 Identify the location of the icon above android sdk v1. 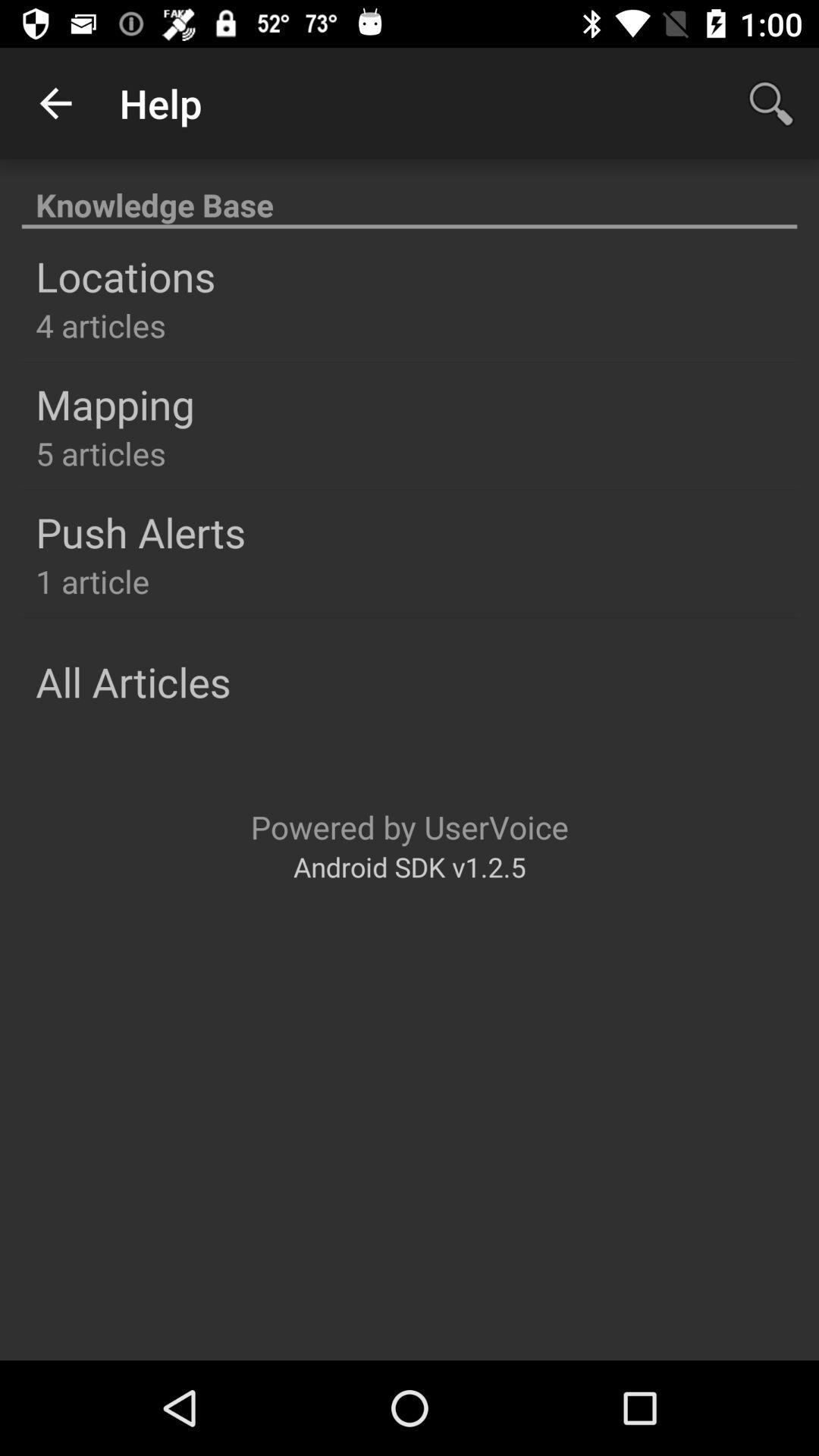
(409, 826).